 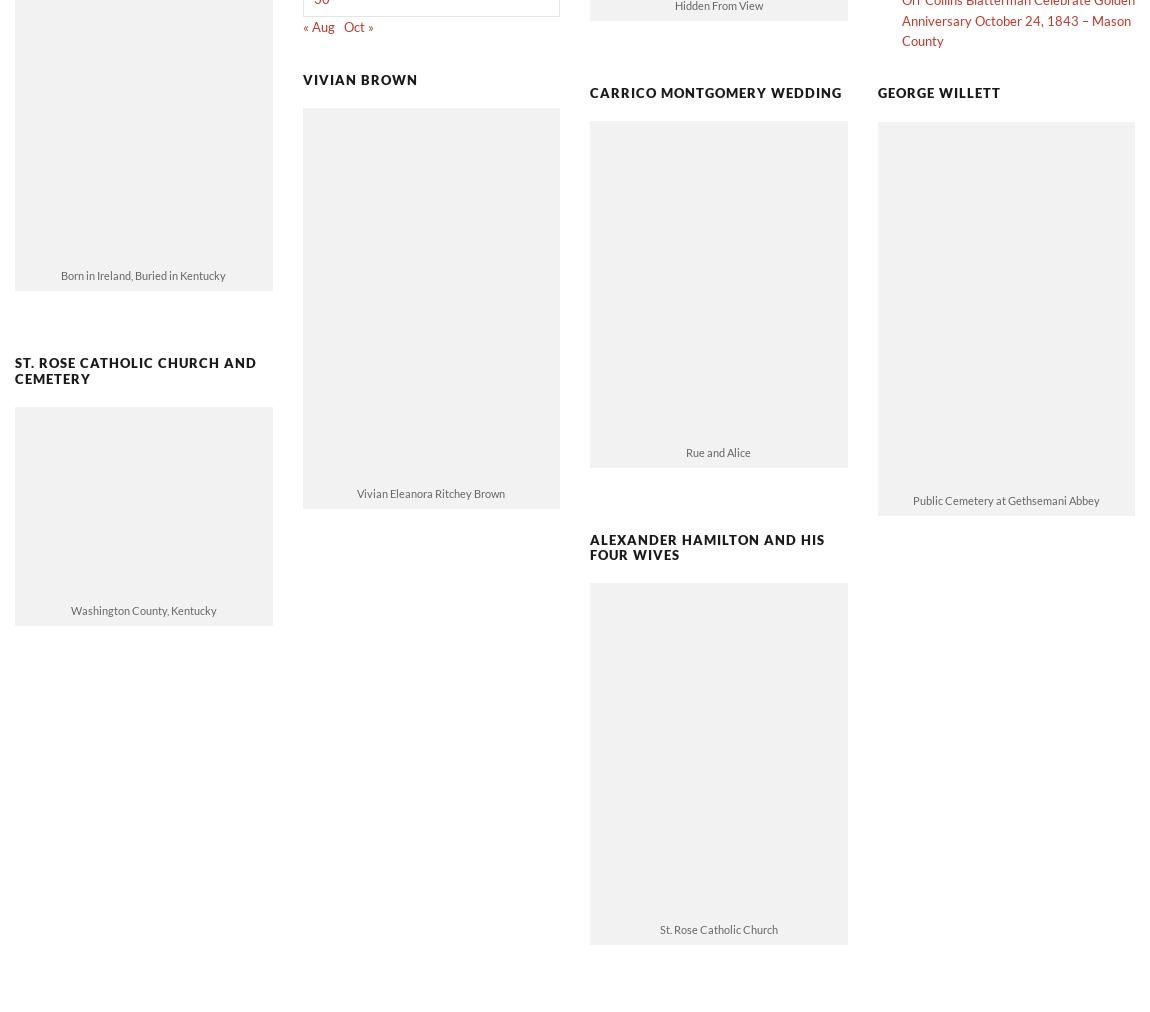 I want to click on 'Vivian Brown', so click(x=359, y=45).